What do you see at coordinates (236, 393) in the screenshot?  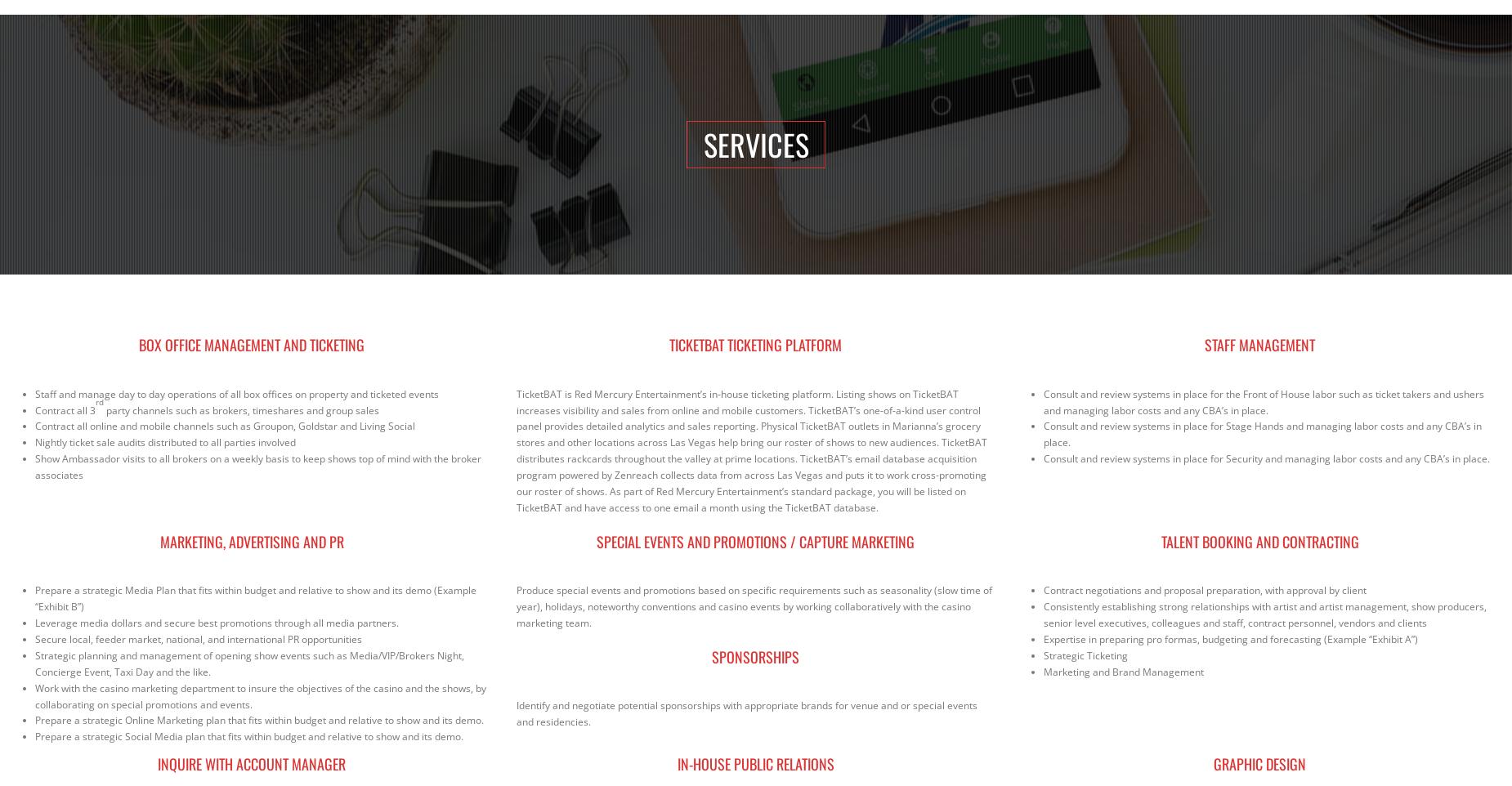 I see `'Staff and manage day to day operations of all box offices on property and ticketed events'` at bounding box center [236, 393].